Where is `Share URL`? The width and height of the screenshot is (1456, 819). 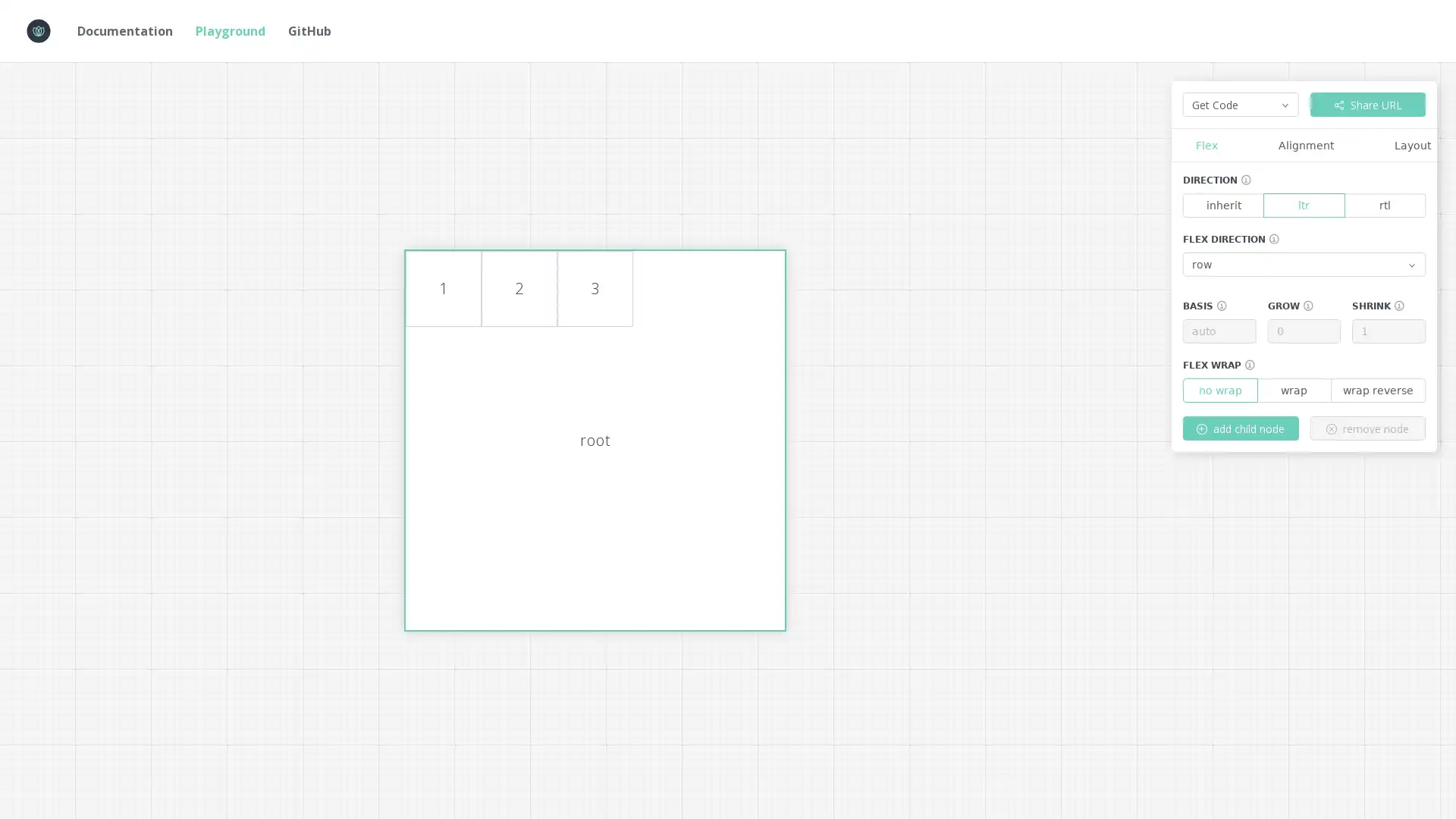 Share URL is located at coordinates (1367, 104).